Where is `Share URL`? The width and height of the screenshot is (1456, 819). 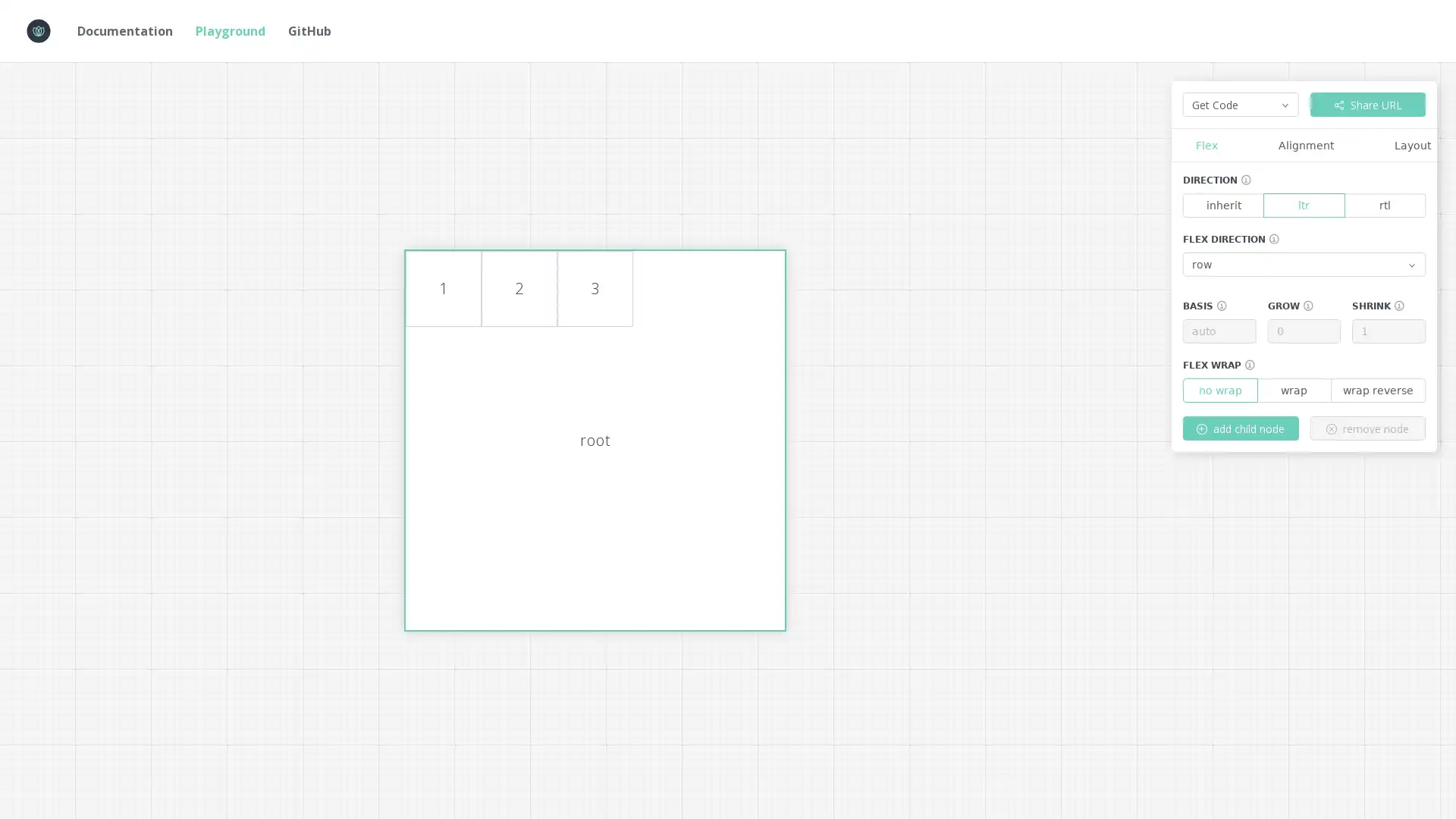 Share URL is located at coordinates (1367, 104).